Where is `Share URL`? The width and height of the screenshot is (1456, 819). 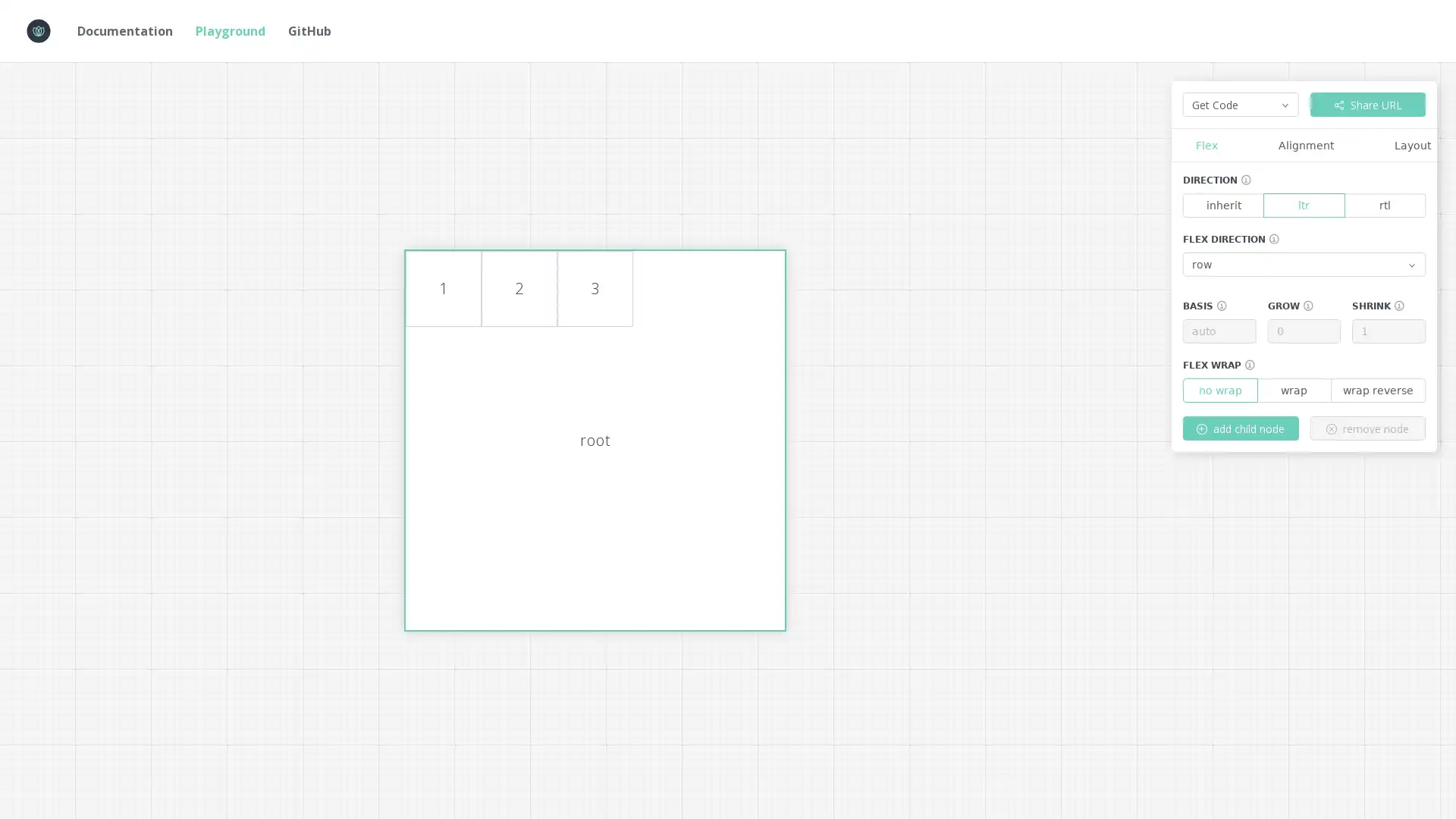 Share URL is located at coordinates (1367, 104).